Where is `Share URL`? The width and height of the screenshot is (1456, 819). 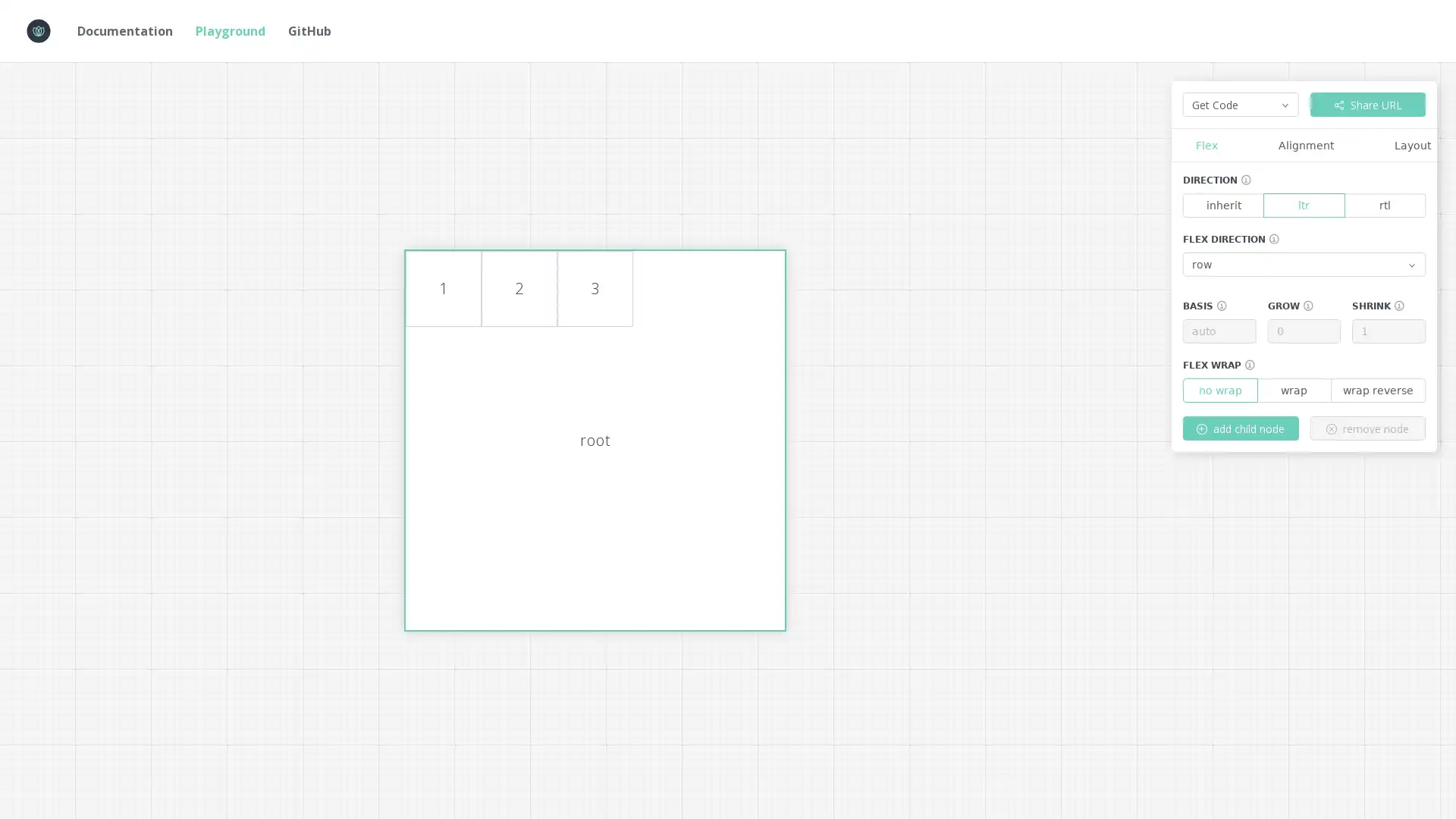 Share URL is located at coordinates (1367, 104).